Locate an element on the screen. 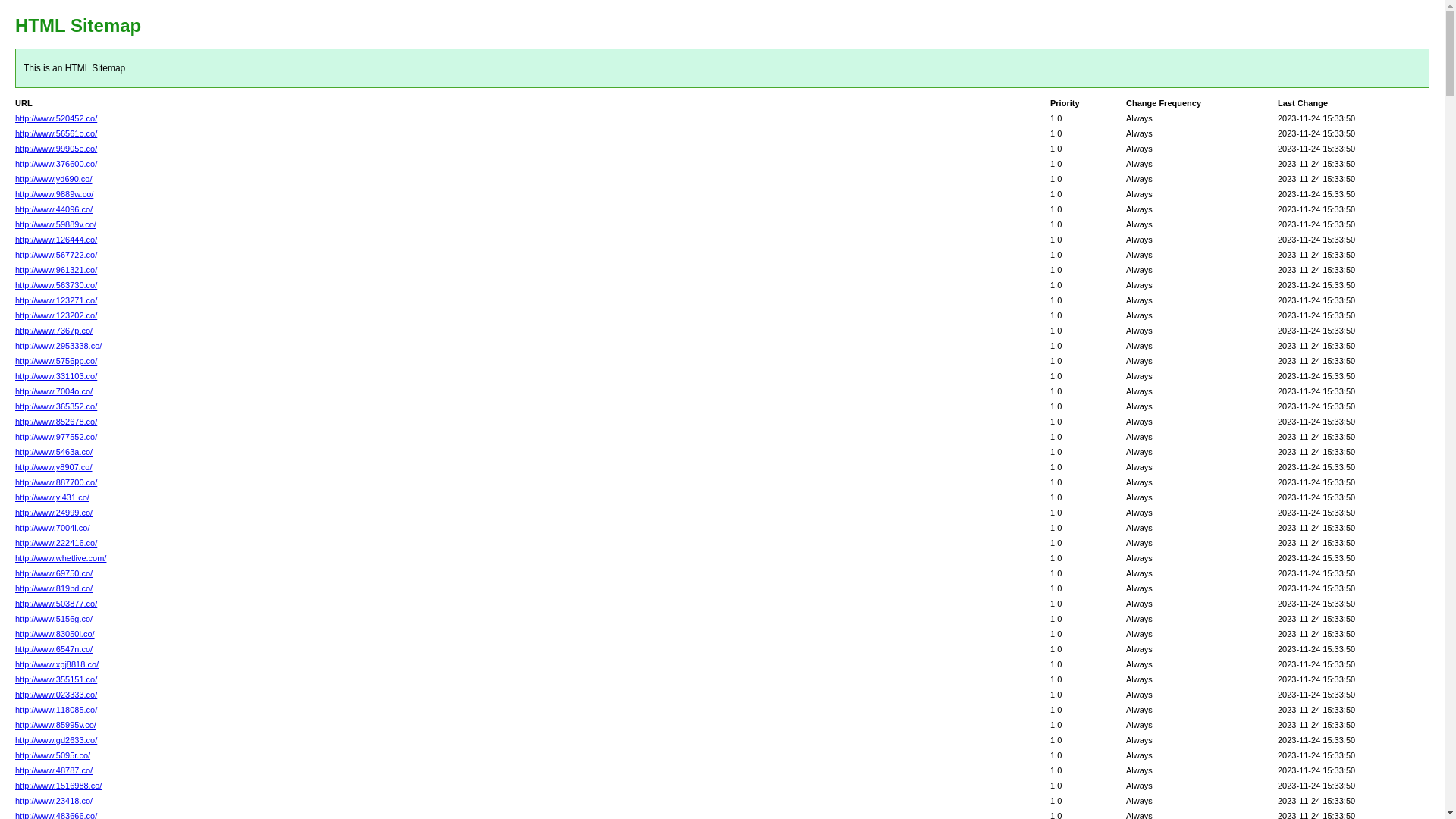 Image resolution: width=1456 pixels, height=819 pixels. 'http://www.819bd.co/' is located at coordinates (54, 587).